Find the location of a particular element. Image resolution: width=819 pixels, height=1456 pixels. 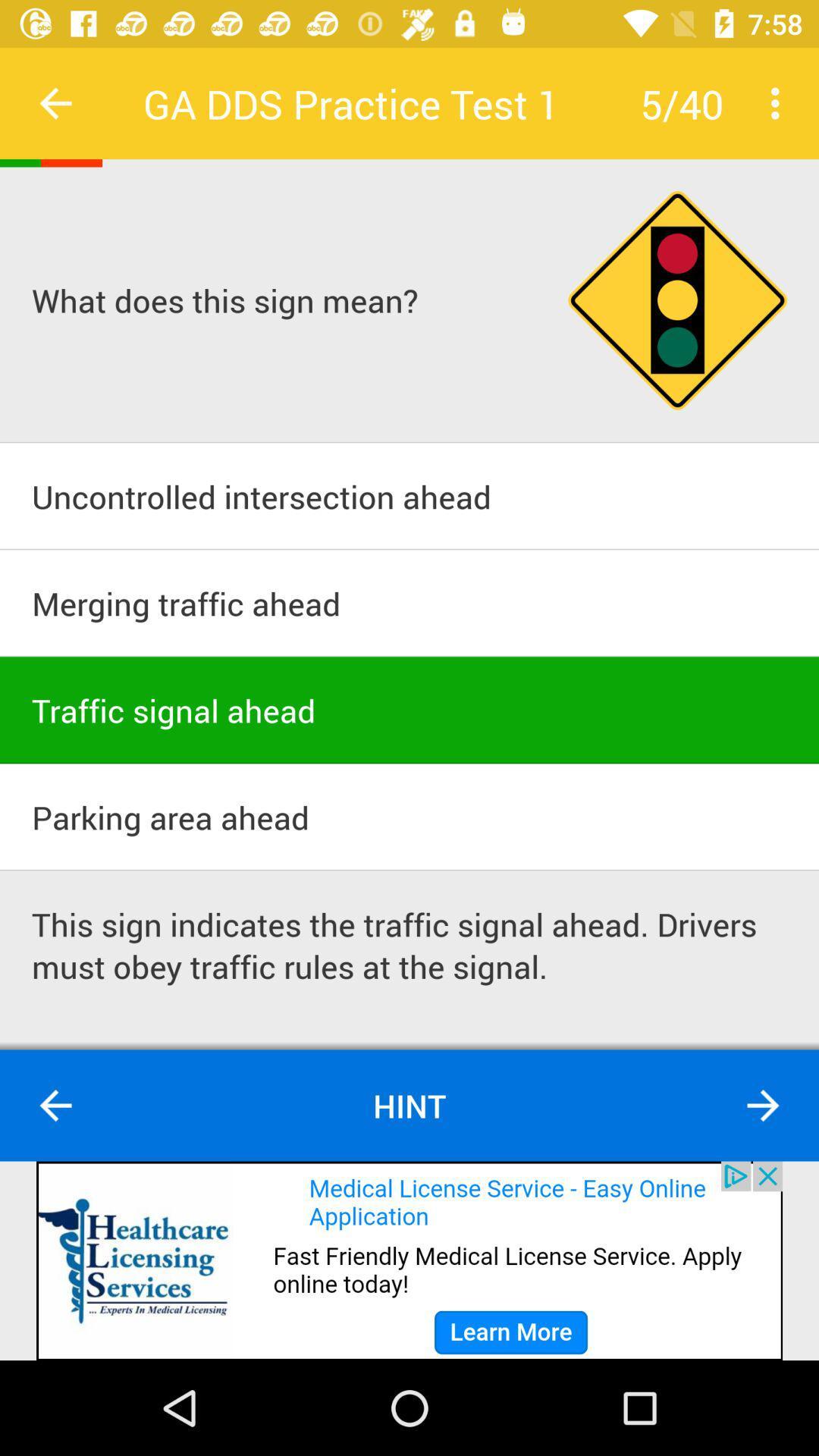

traffic light is located at coordinates (676, 300).